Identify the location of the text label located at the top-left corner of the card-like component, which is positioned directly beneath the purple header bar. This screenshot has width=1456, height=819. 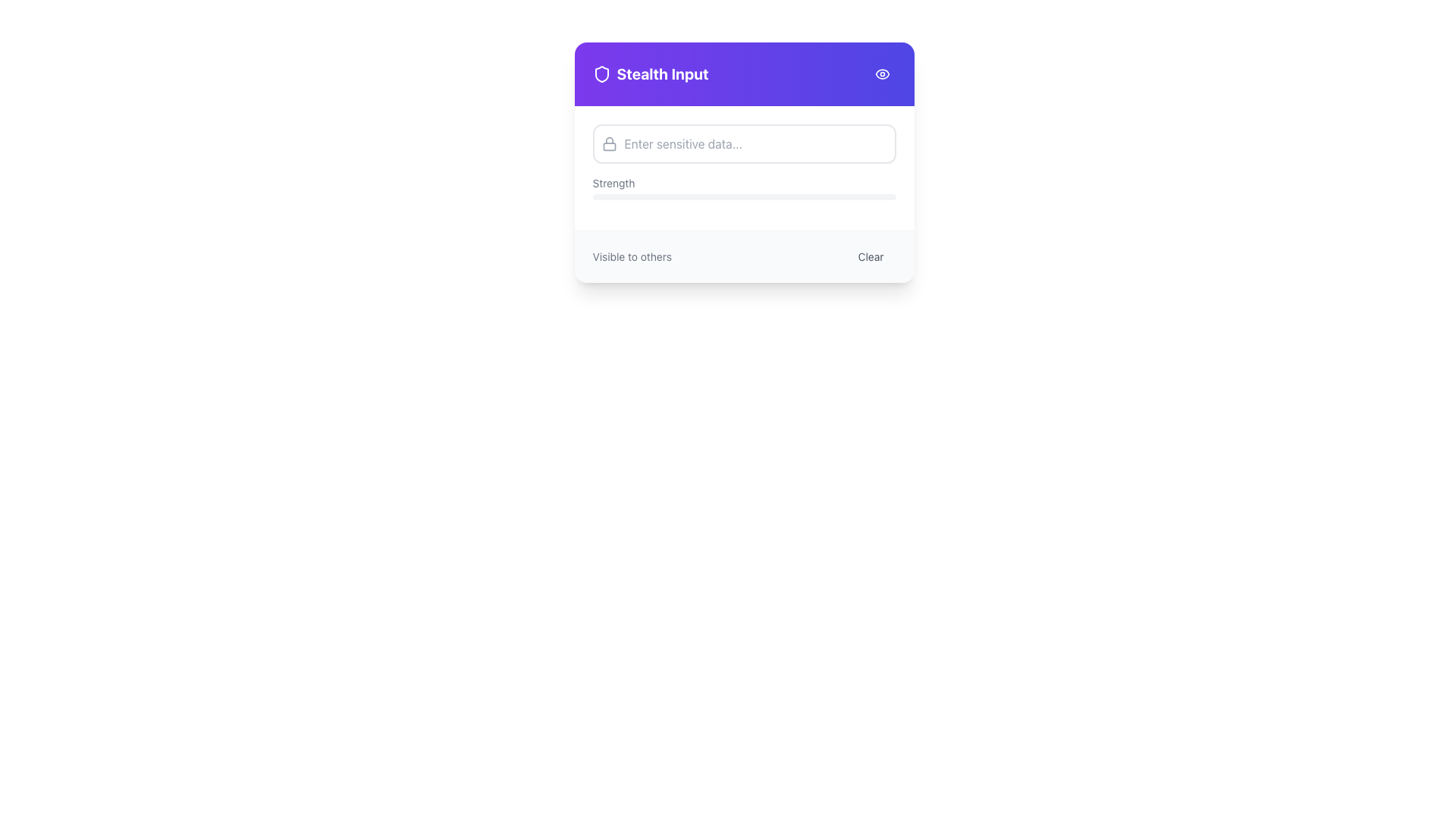
(651, 74).